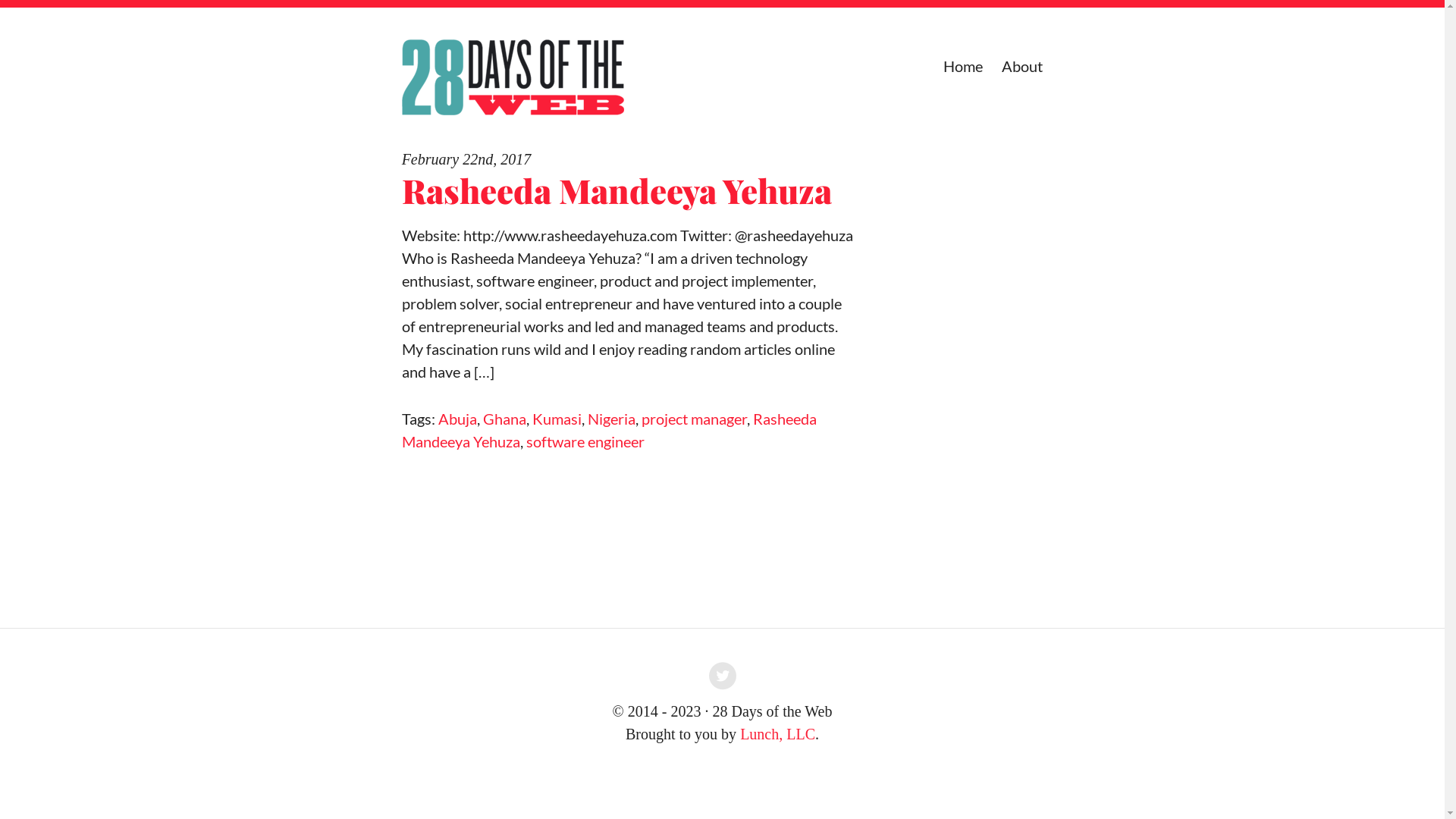 The width and height of the screenshot is (1456, 819). What do you see at coordinates (556, 418) in the screenshot?
I see `'Kumasi'` at bounding box center [556, 418].